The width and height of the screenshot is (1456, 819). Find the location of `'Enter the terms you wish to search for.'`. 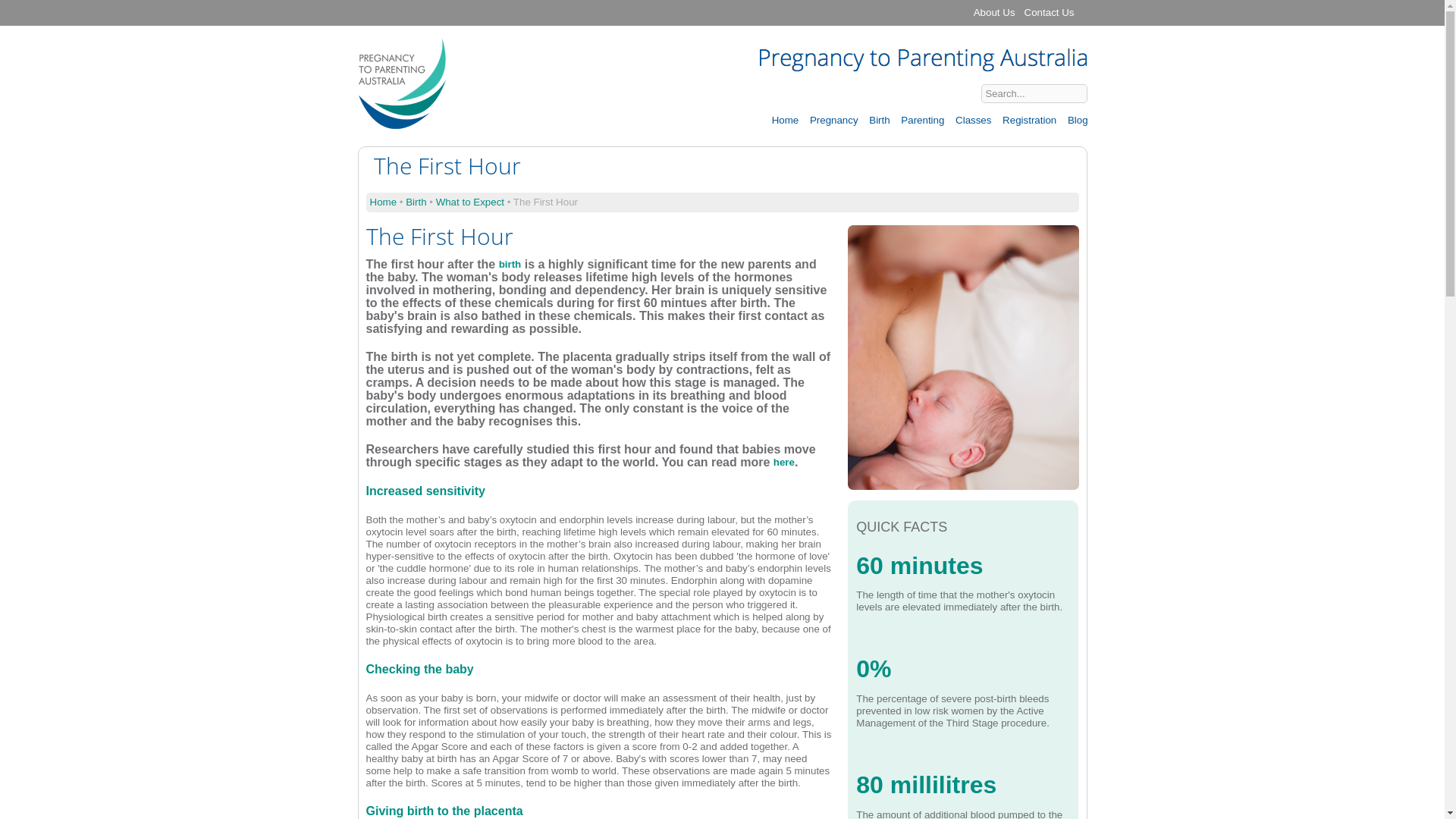

'Enter the terms you wish to search for.' is located at coordinates (1033, 93).